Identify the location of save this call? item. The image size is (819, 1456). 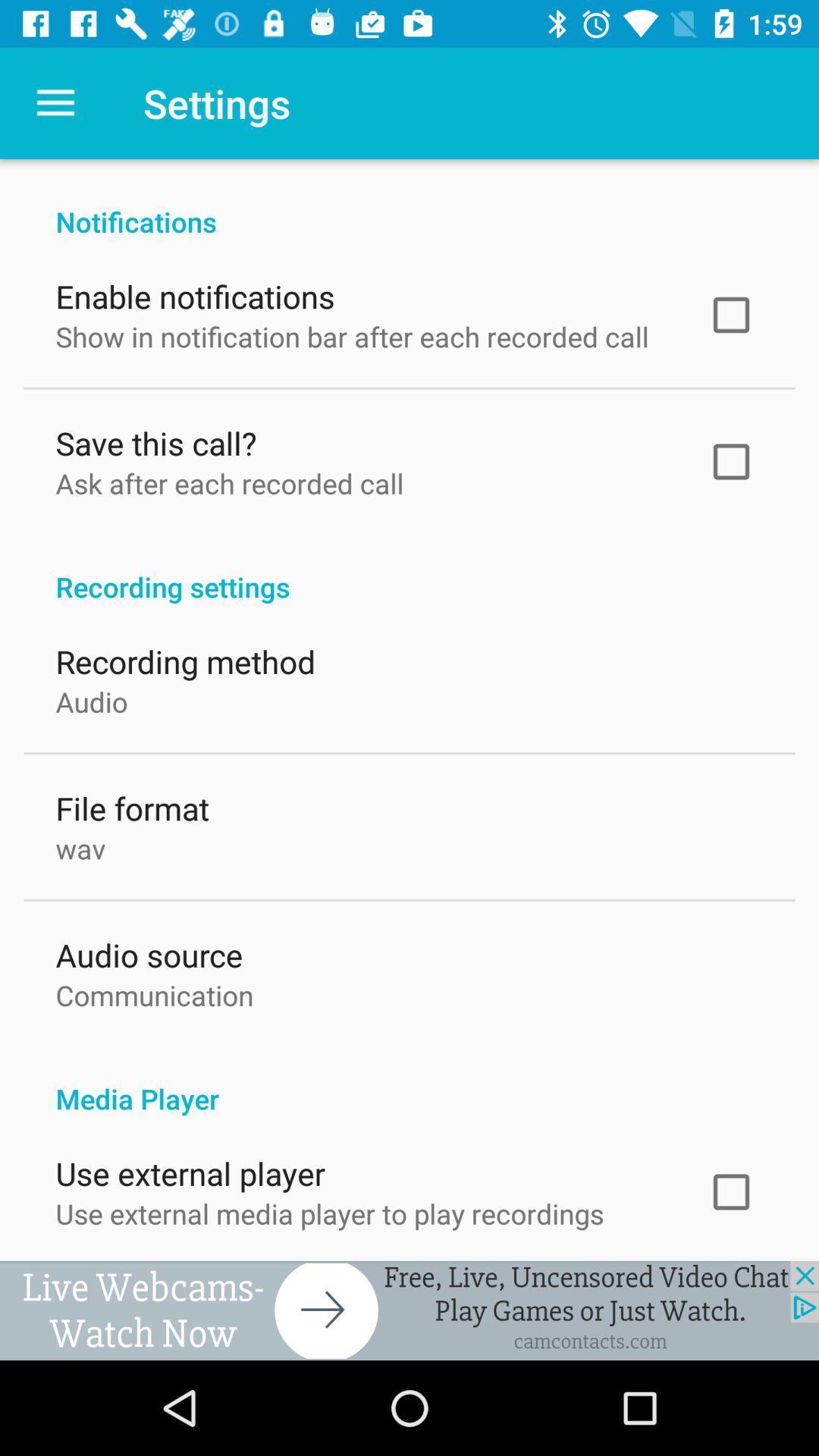
(155, 438).